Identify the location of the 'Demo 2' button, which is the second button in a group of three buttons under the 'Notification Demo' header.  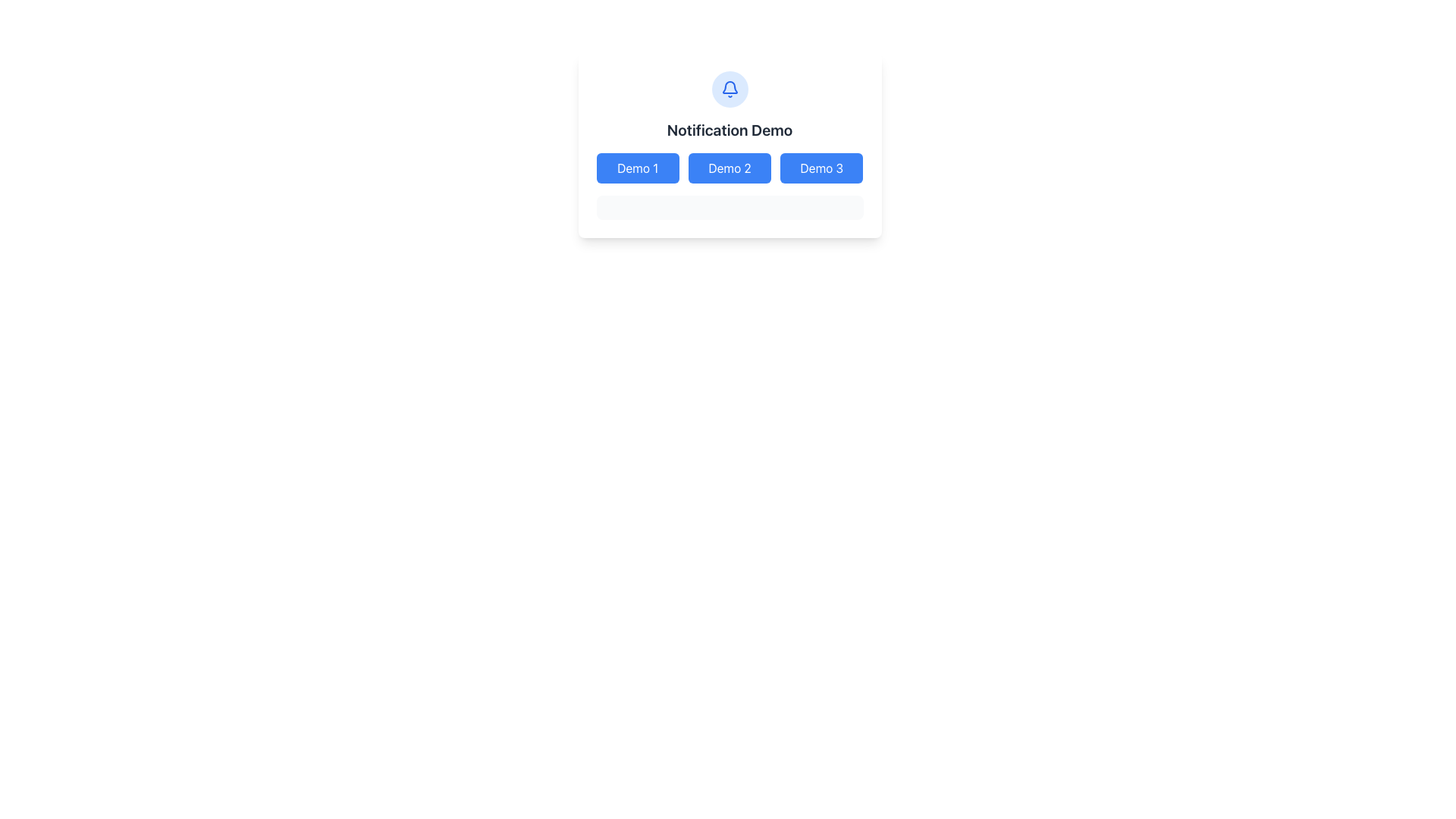
(730, 168).